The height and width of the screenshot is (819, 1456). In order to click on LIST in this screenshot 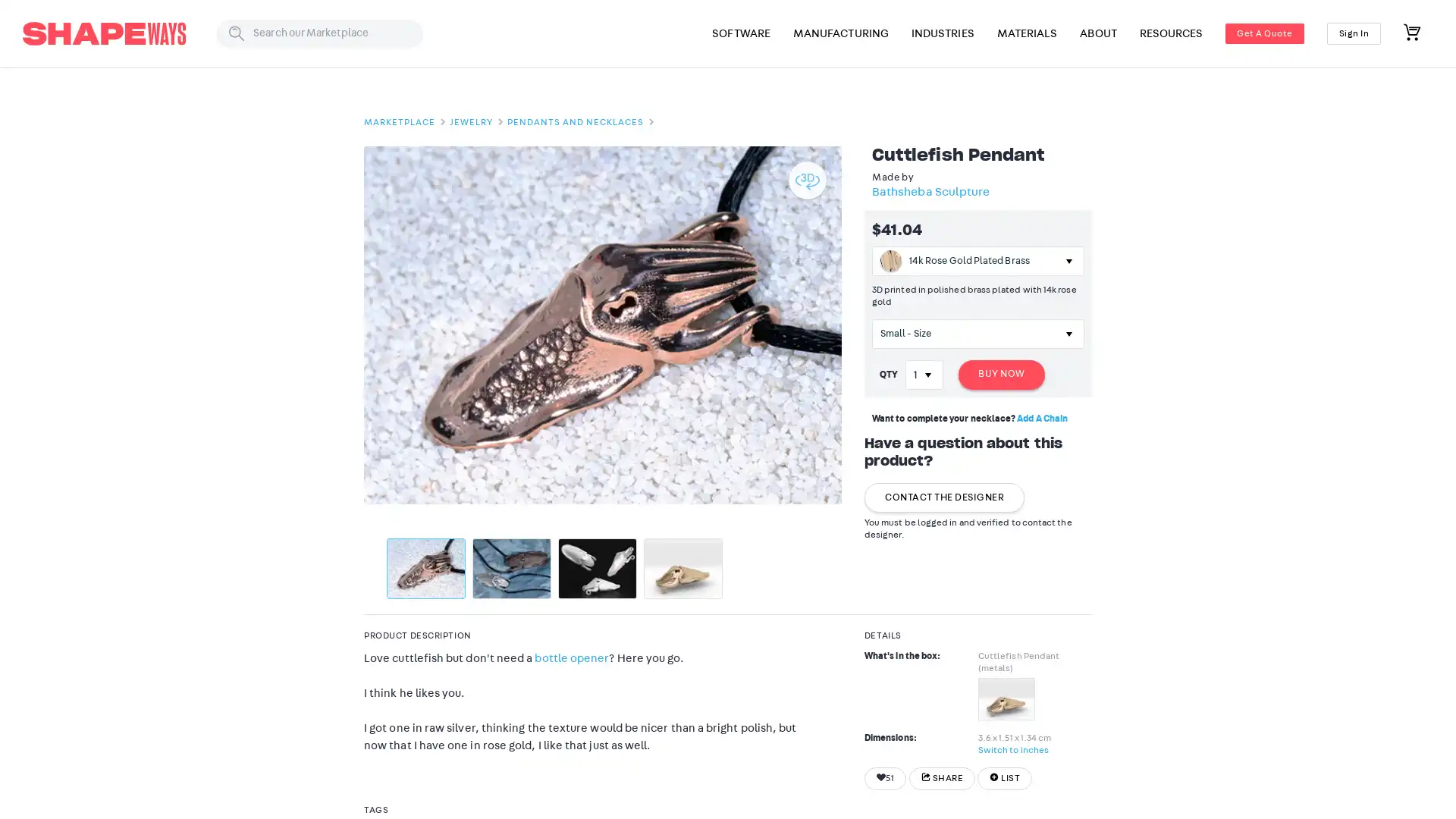, I will do `click(1004, 778)`.